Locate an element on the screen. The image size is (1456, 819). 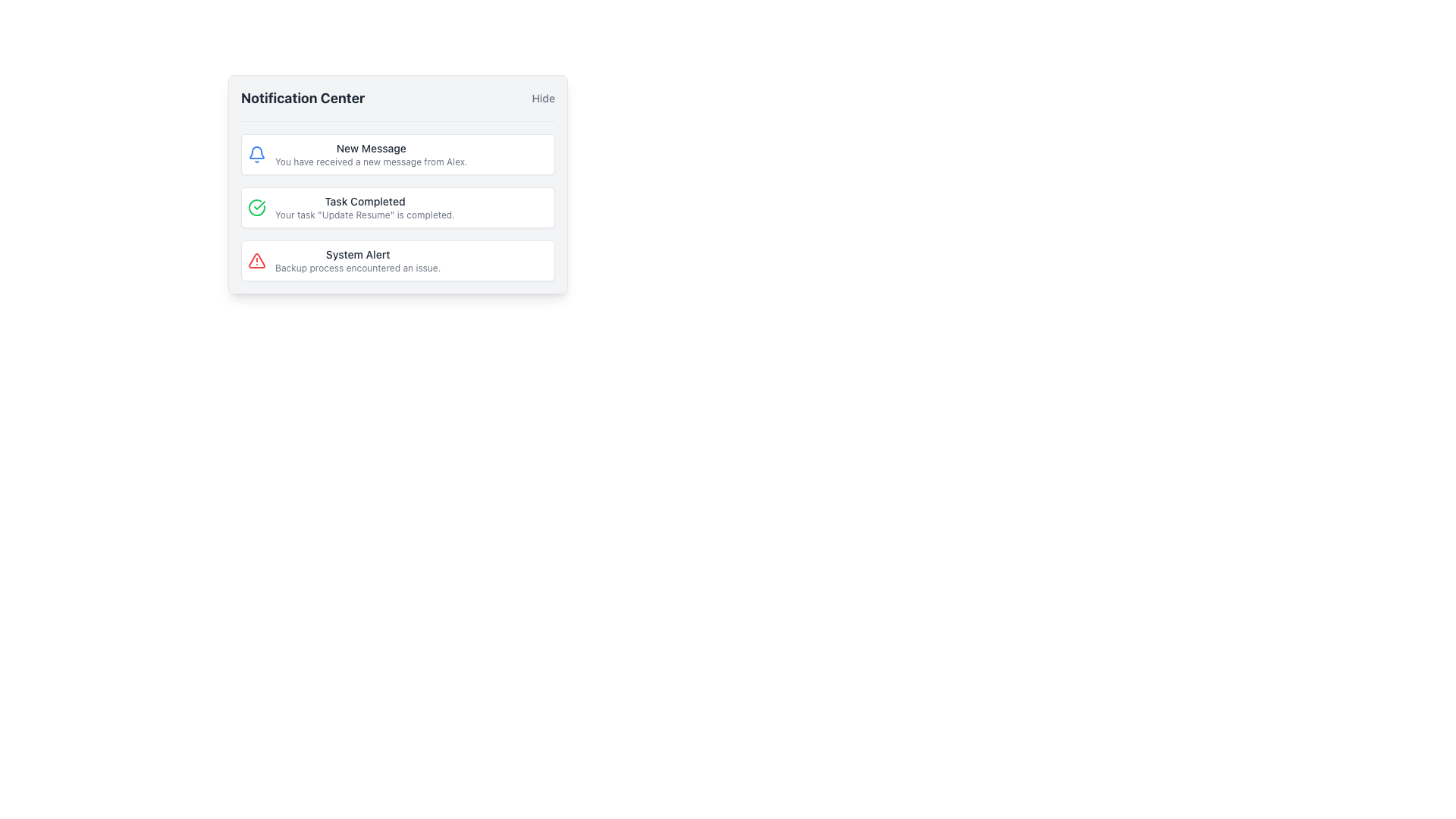
the Notification block that alerts users about an issue encountered during a backup process, which is the third item in the vertical notification list is located at coordinates (397, 259).